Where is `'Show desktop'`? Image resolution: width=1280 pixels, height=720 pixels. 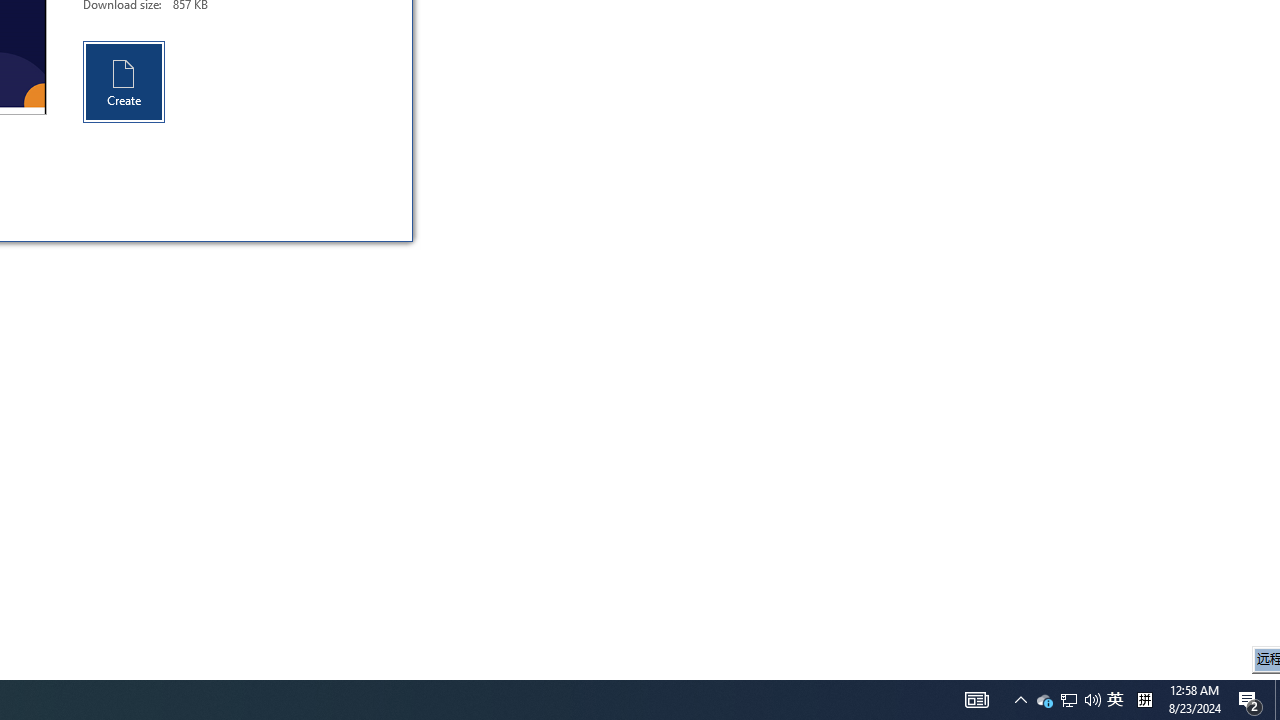
'Show desktop' is located at coordinates (1250, 698).